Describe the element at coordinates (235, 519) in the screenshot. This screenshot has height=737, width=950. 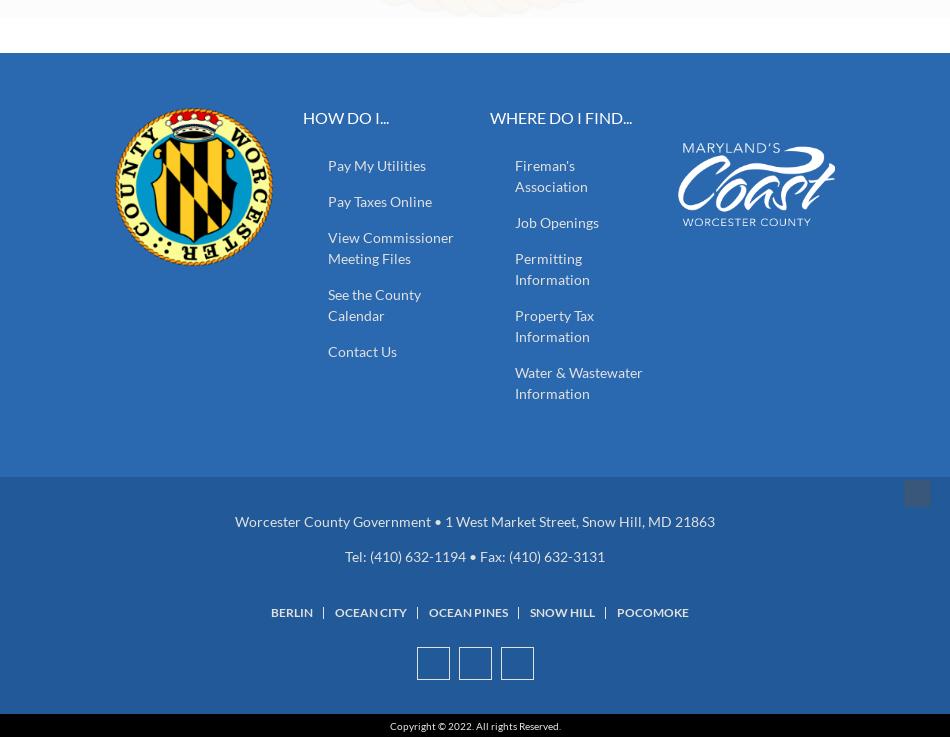
I see `'Worcester County Government • 1 West Market Street, Snow Hill, MD 21863'` at that location.